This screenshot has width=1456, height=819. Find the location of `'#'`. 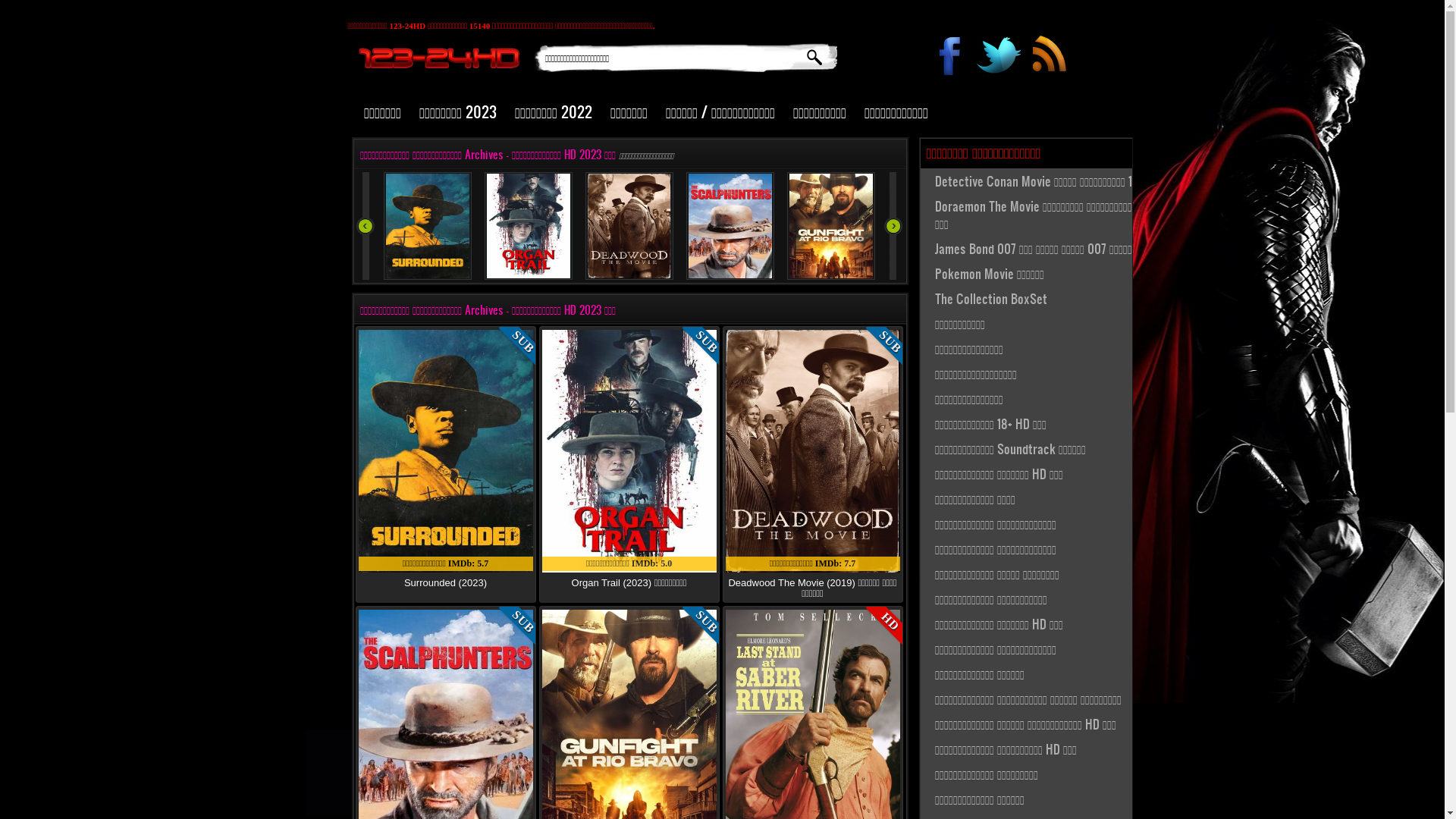

'#' is located at coordinates (949, 58).